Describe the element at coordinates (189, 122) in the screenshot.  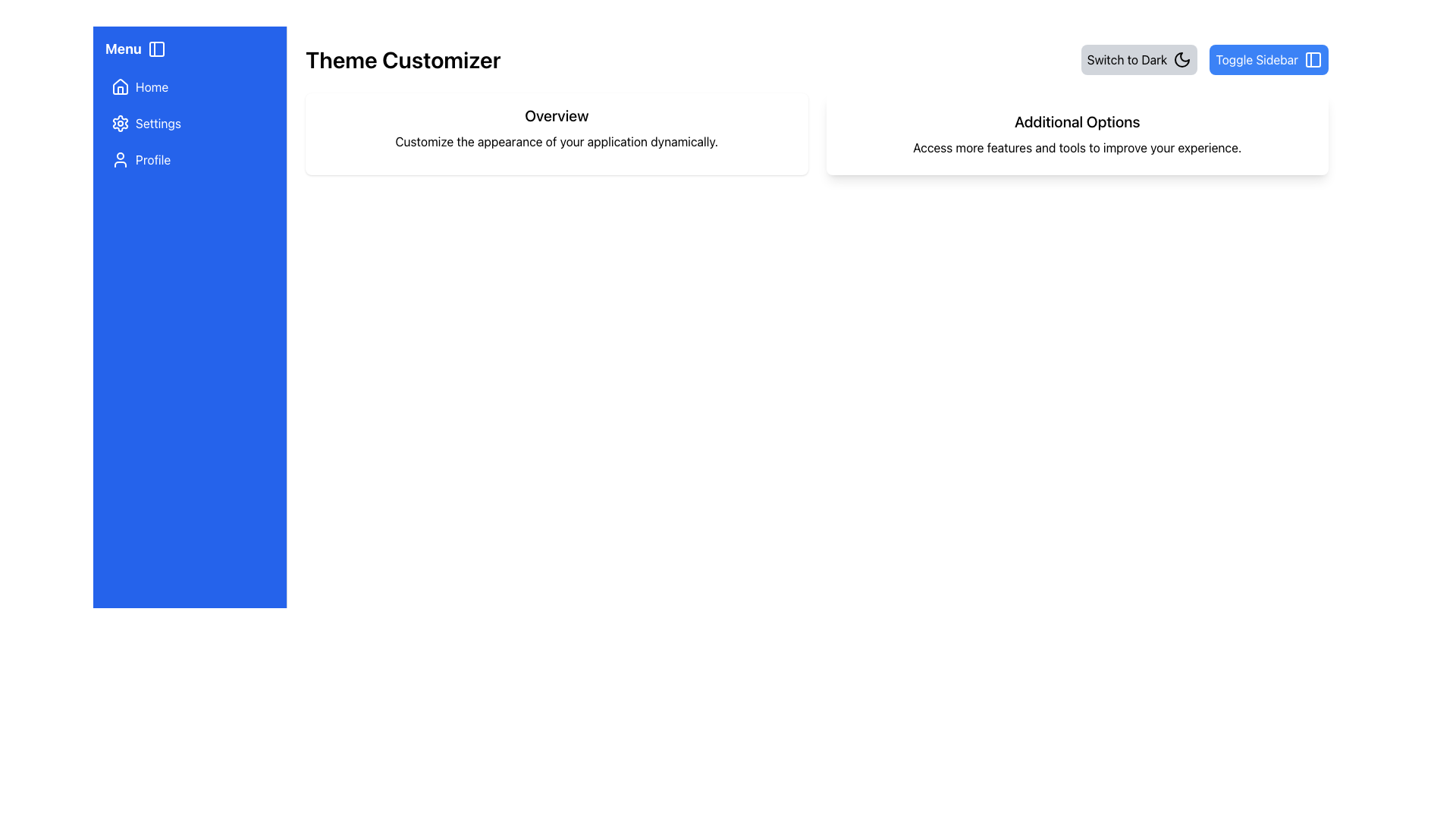
I see `the 'Settings' navigation item in the vertical navigation menu` at that location.